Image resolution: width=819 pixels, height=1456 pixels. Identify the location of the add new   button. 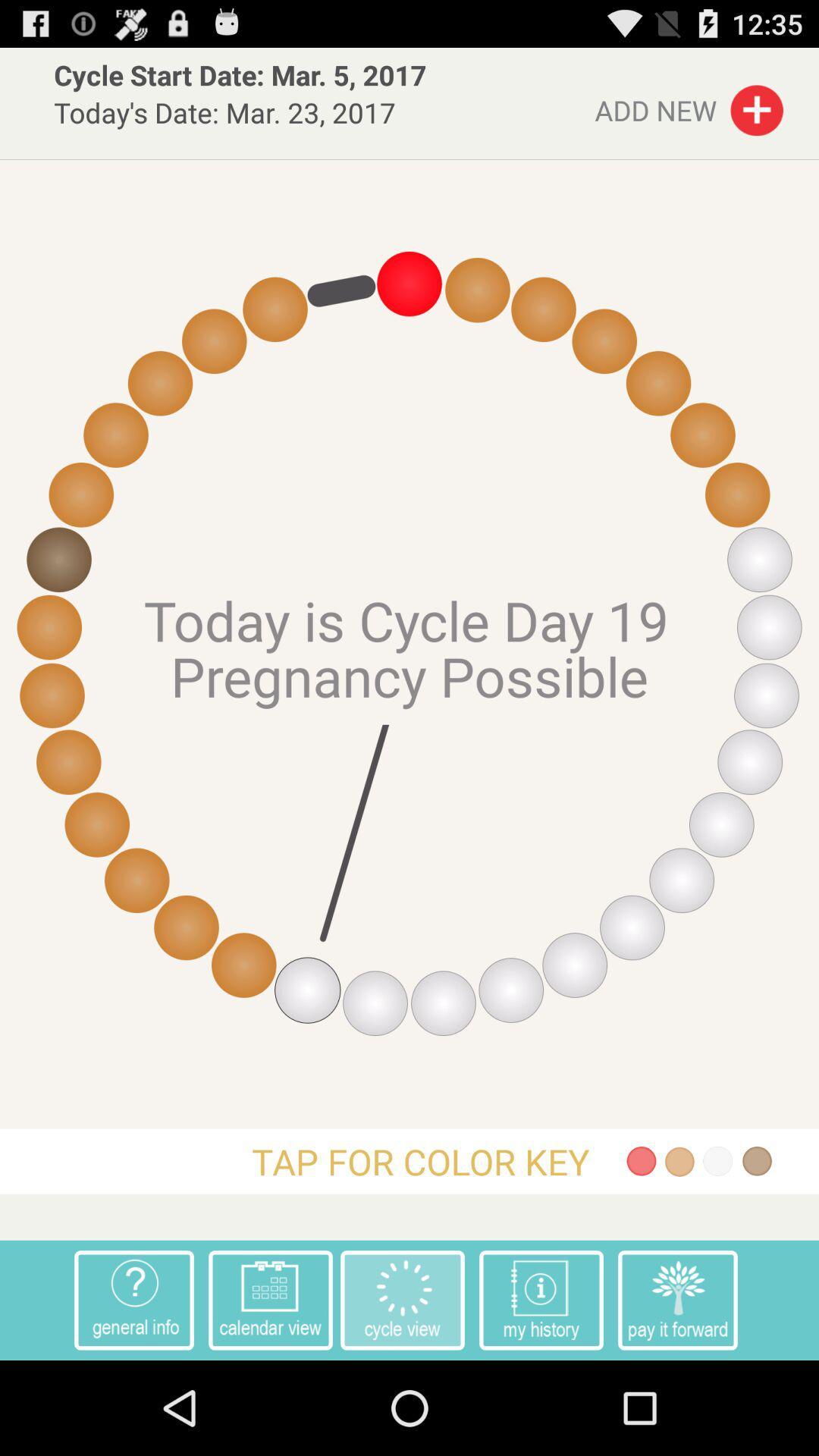
(689, 105).